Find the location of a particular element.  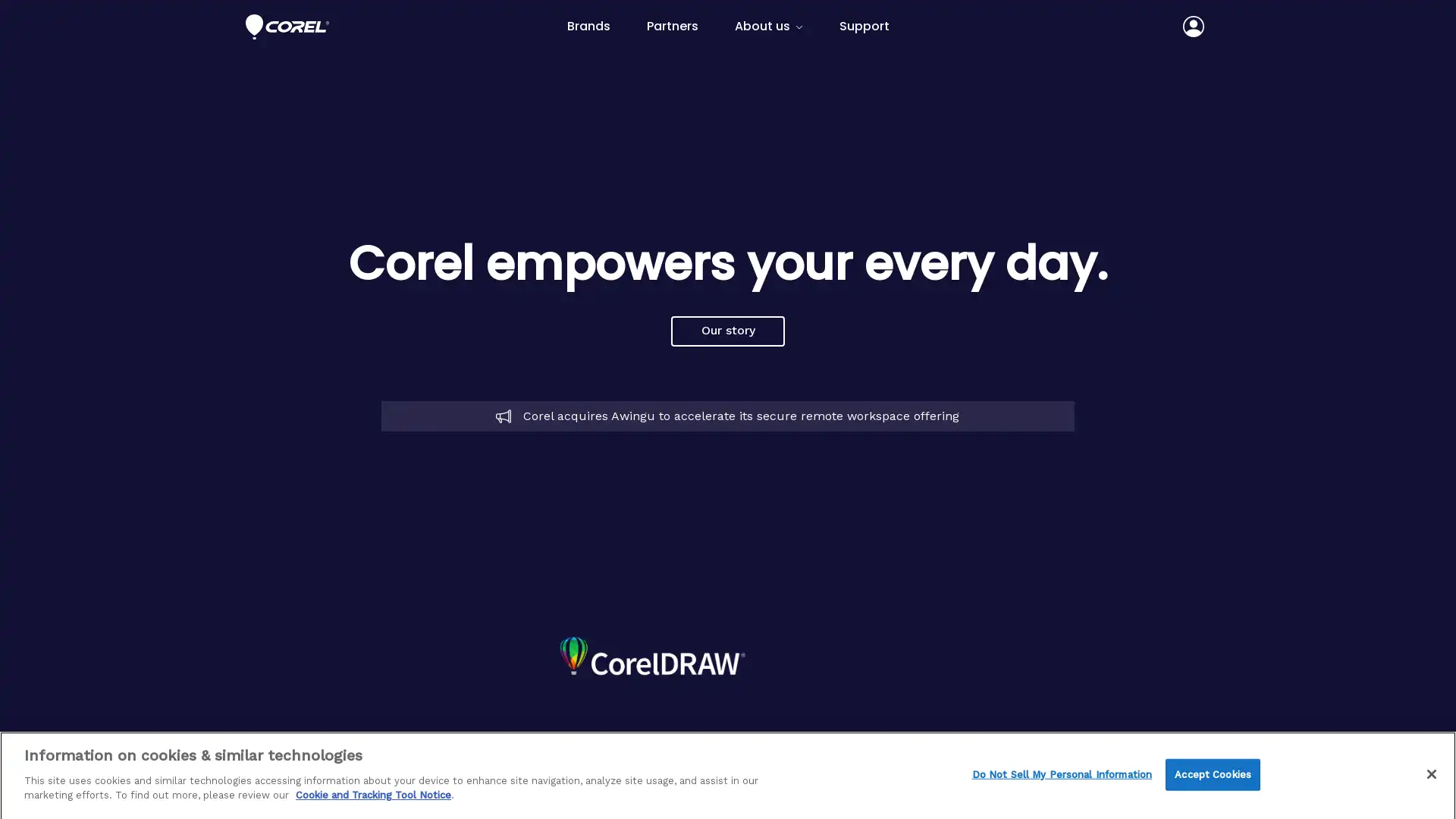

Close is located at coordinates (1430, 772).